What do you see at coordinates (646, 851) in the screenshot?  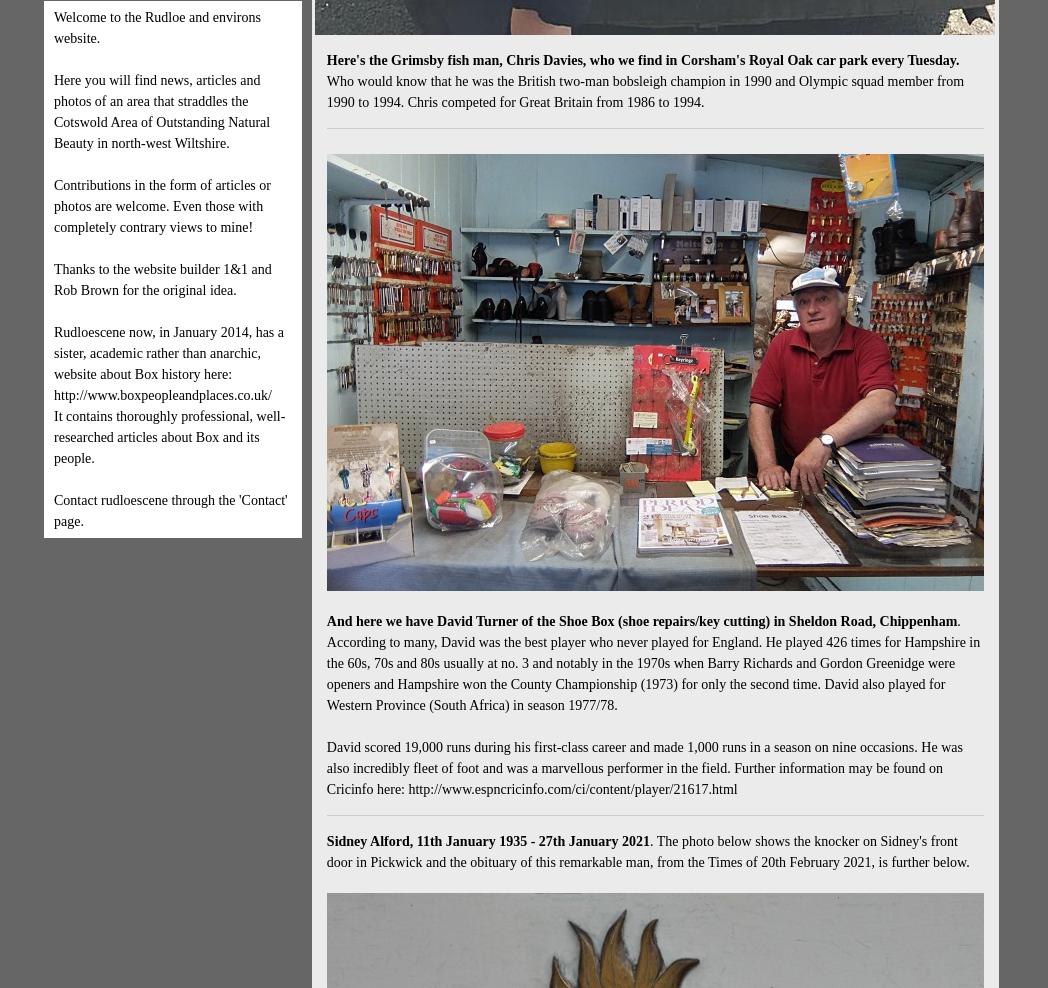 I see `'. The photo below shows the knocker on Sidney's front door in Pickwick and the obituary of this remarkable man, from the Times
of 20th February 2021, is further below.'` at bounding box center [646, 851].